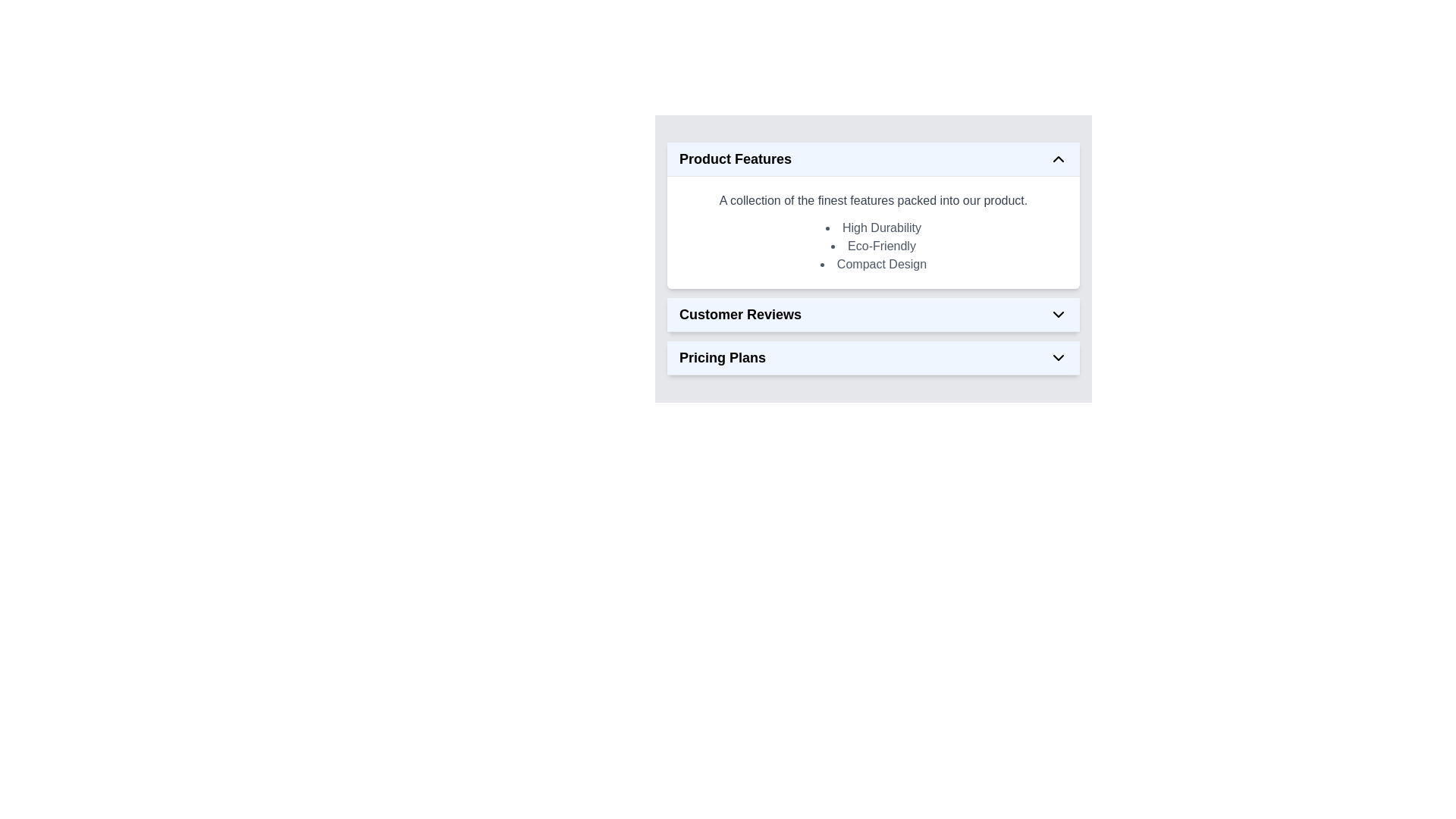  Describe the element at coordinates (735, 158) in the screenshot. I see `the 'Product Features' section label in the accordion menu, which is a left-aligned text component preceding the downward-pointing arrow` at that location.